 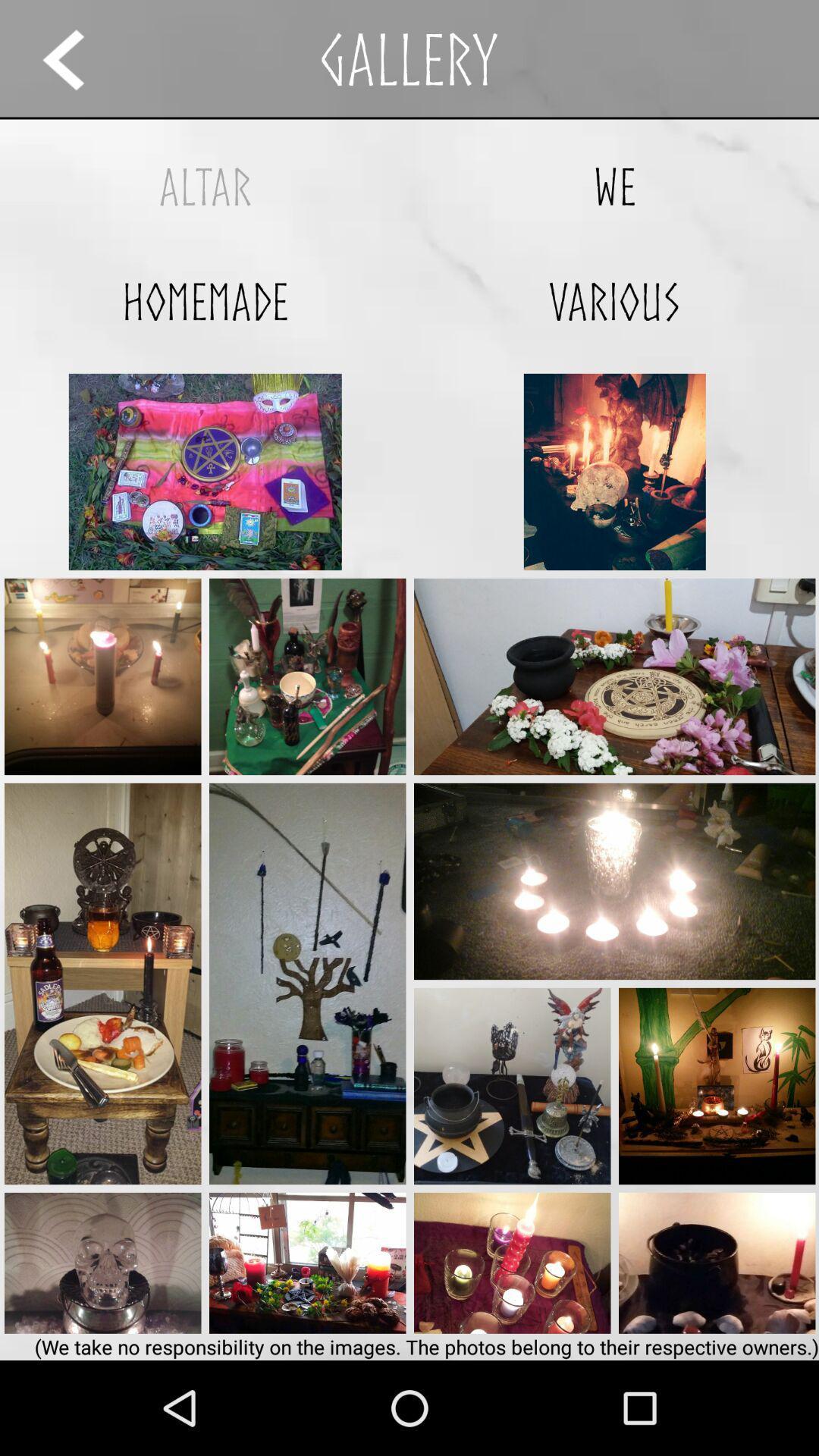 What do you see at coordinates (205, 301) in the screenshot?
I see `homemade icon` at bounding box center [205, 301].